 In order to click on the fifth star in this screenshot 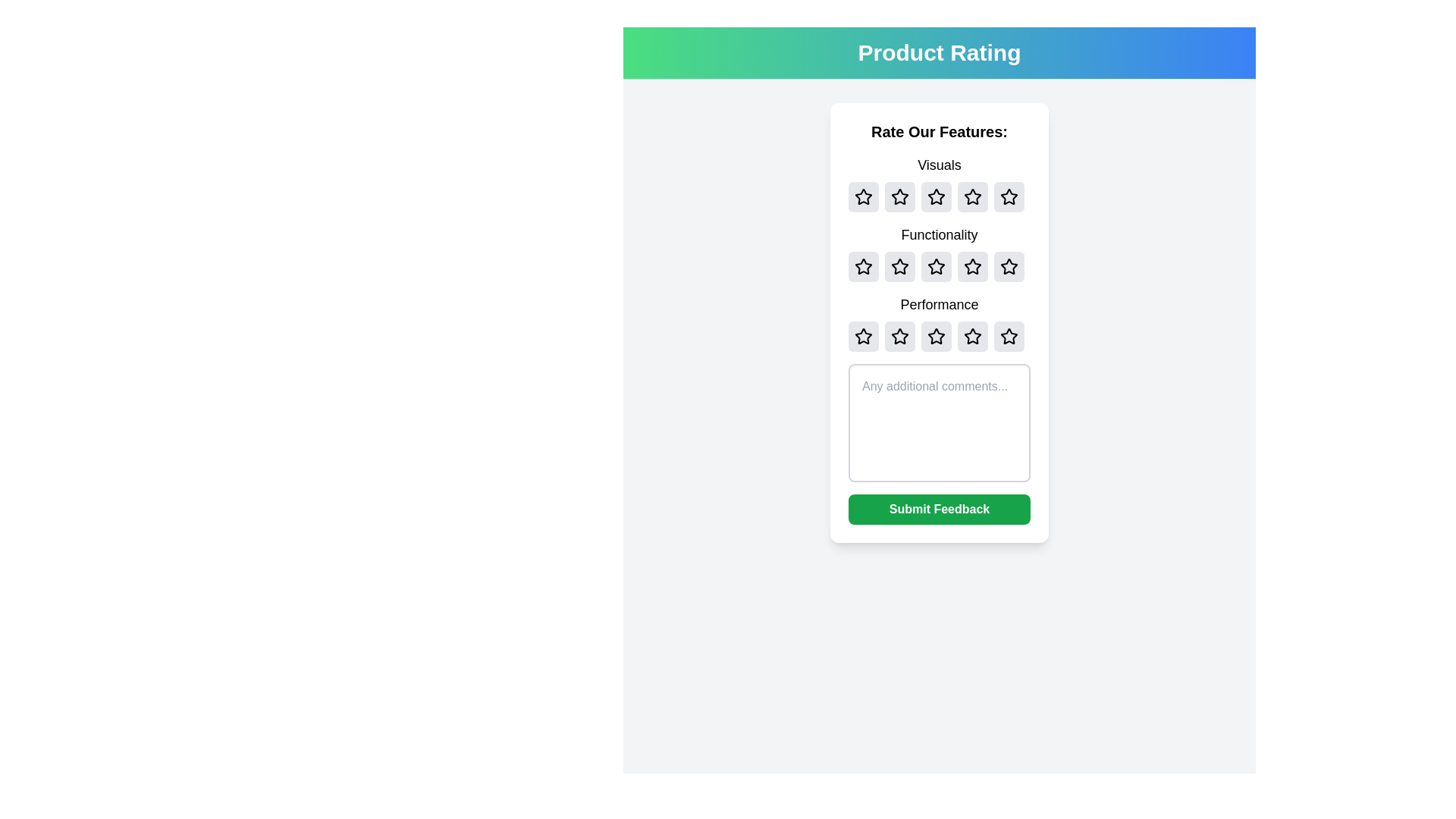, I will do `click(1009, 265)`.